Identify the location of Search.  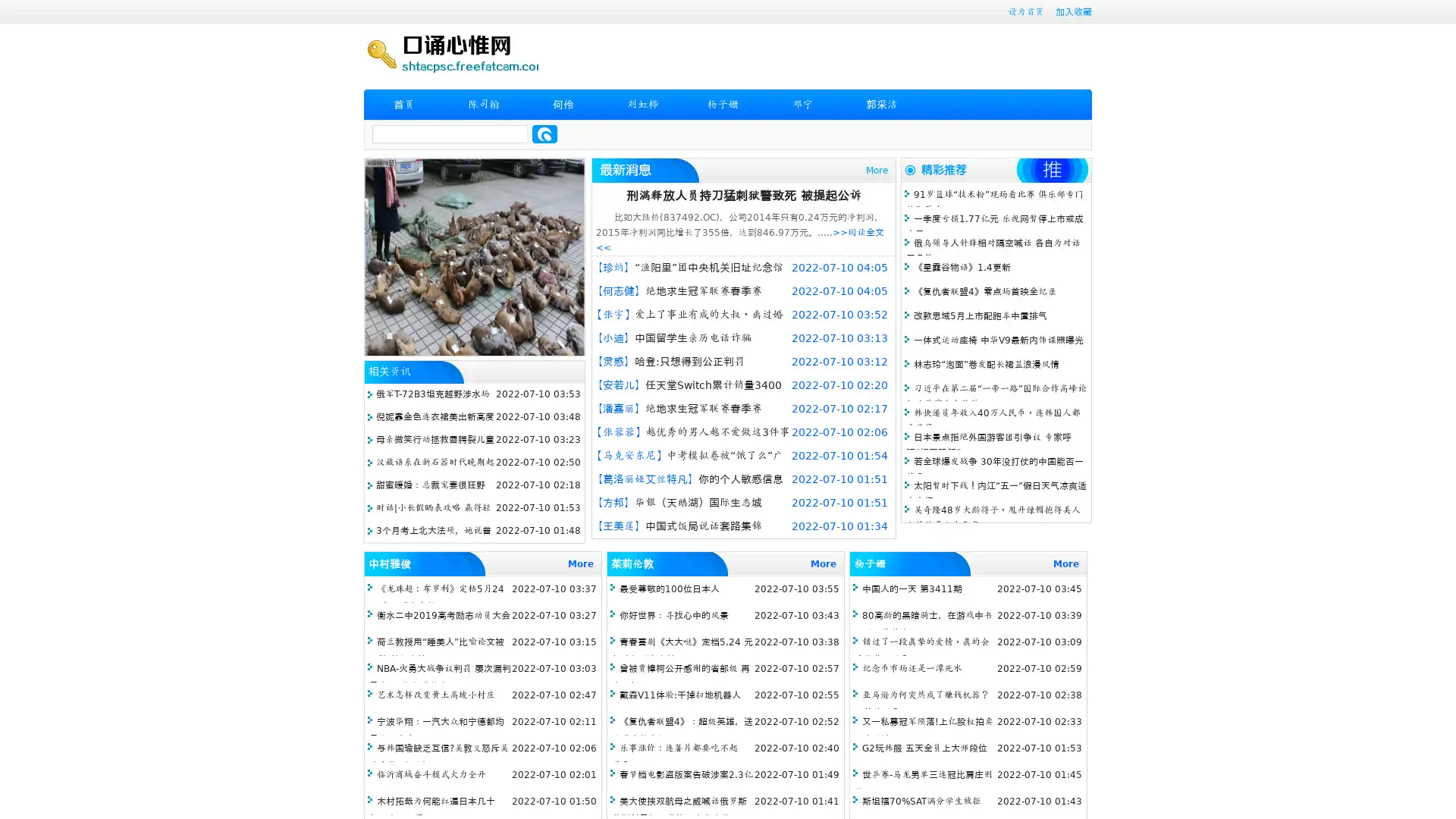
(544, 133).